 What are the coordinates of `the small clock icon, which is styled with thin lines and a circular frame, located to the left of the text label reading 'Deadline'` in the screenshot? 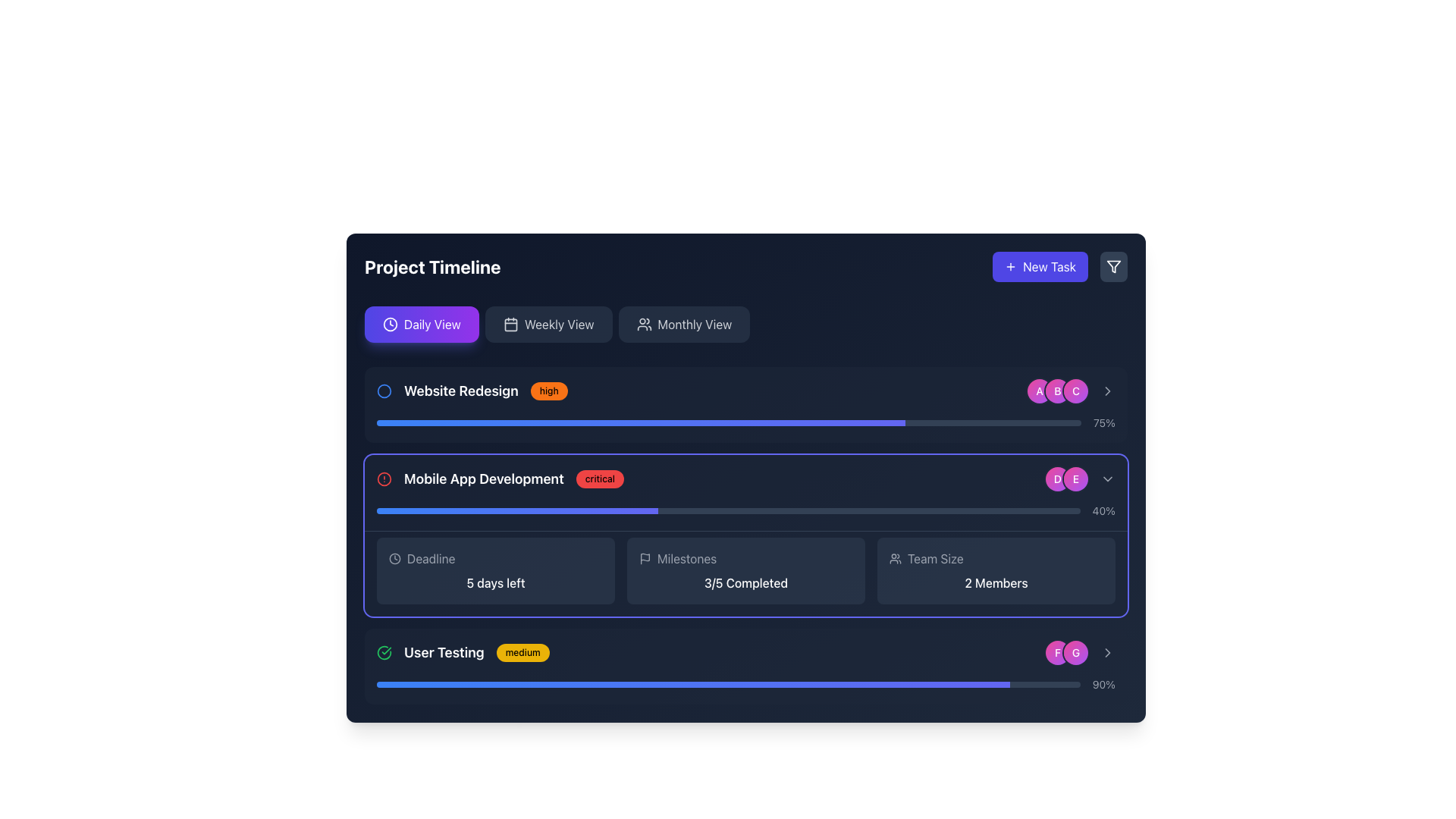 It's located at (395, 558).